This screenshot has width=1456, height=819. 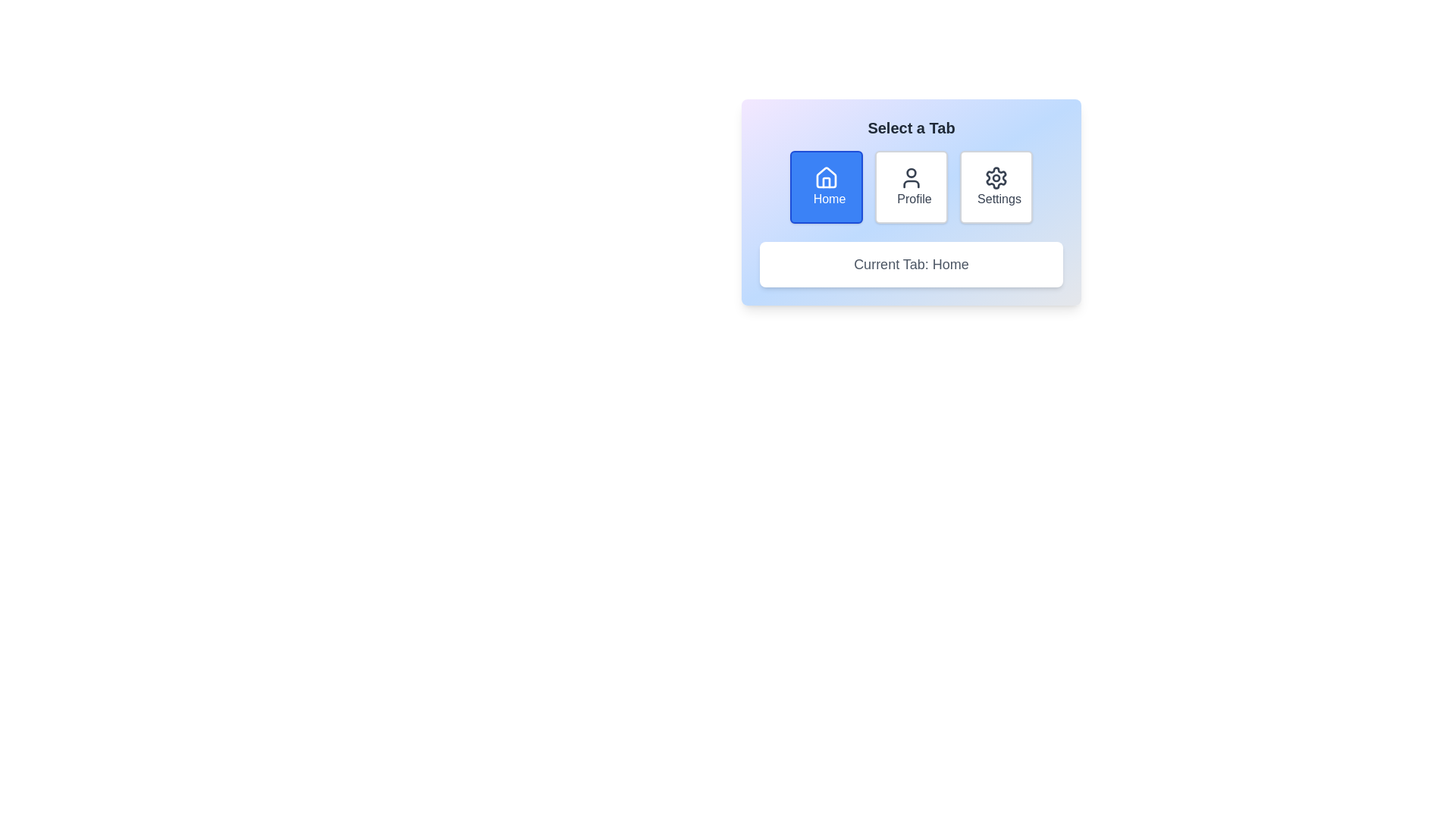 What do you see at coordinates (910, 186) in the screenshot?
I see `the 'Profile' button, which is the second button in the set of three buttons on the 'Select a Tab' card` at bounding box center [910, 186].